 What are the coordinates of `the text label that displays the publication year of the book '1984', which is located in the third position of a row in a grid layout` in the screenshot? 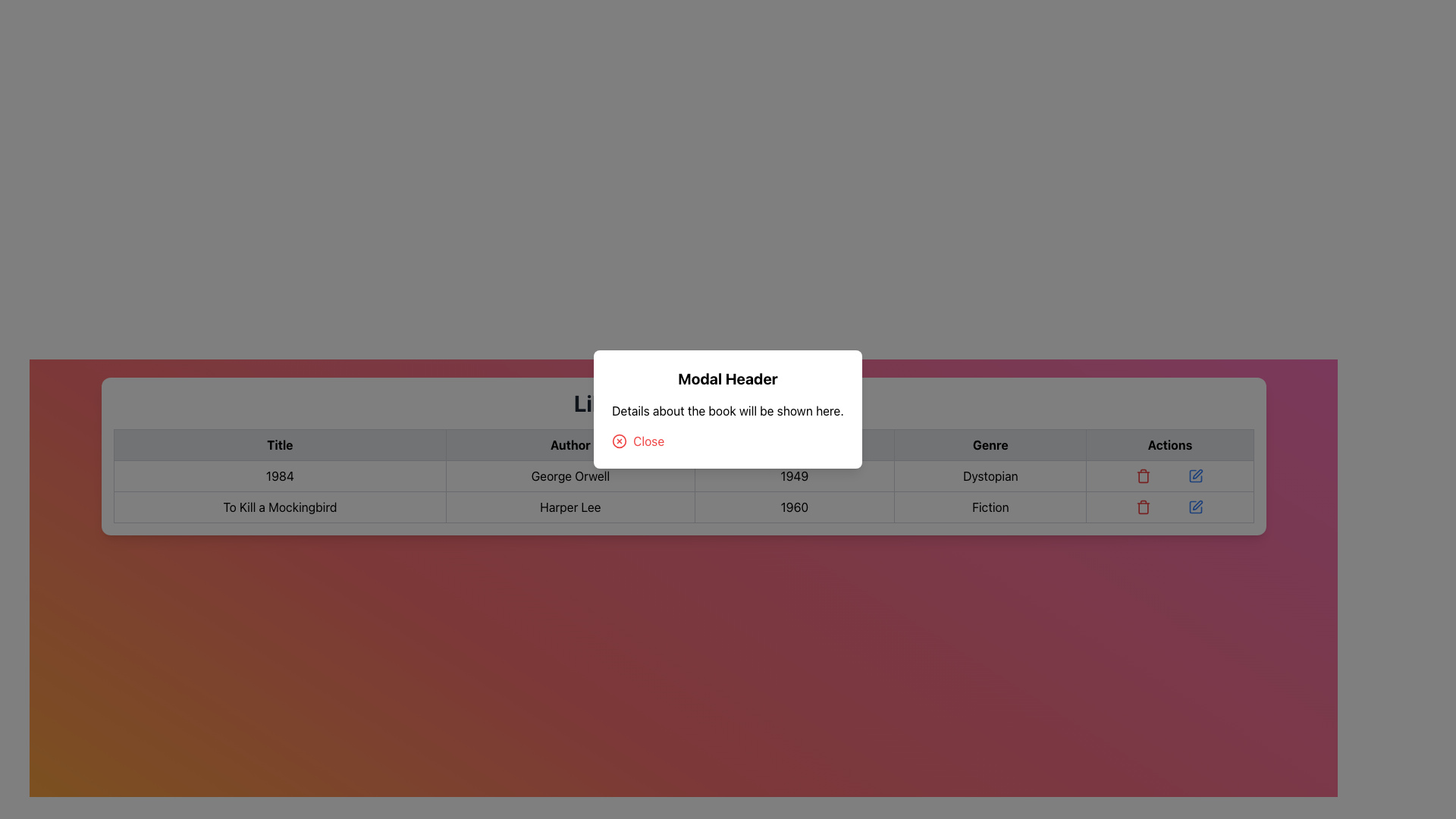 It's located at (793, 475).